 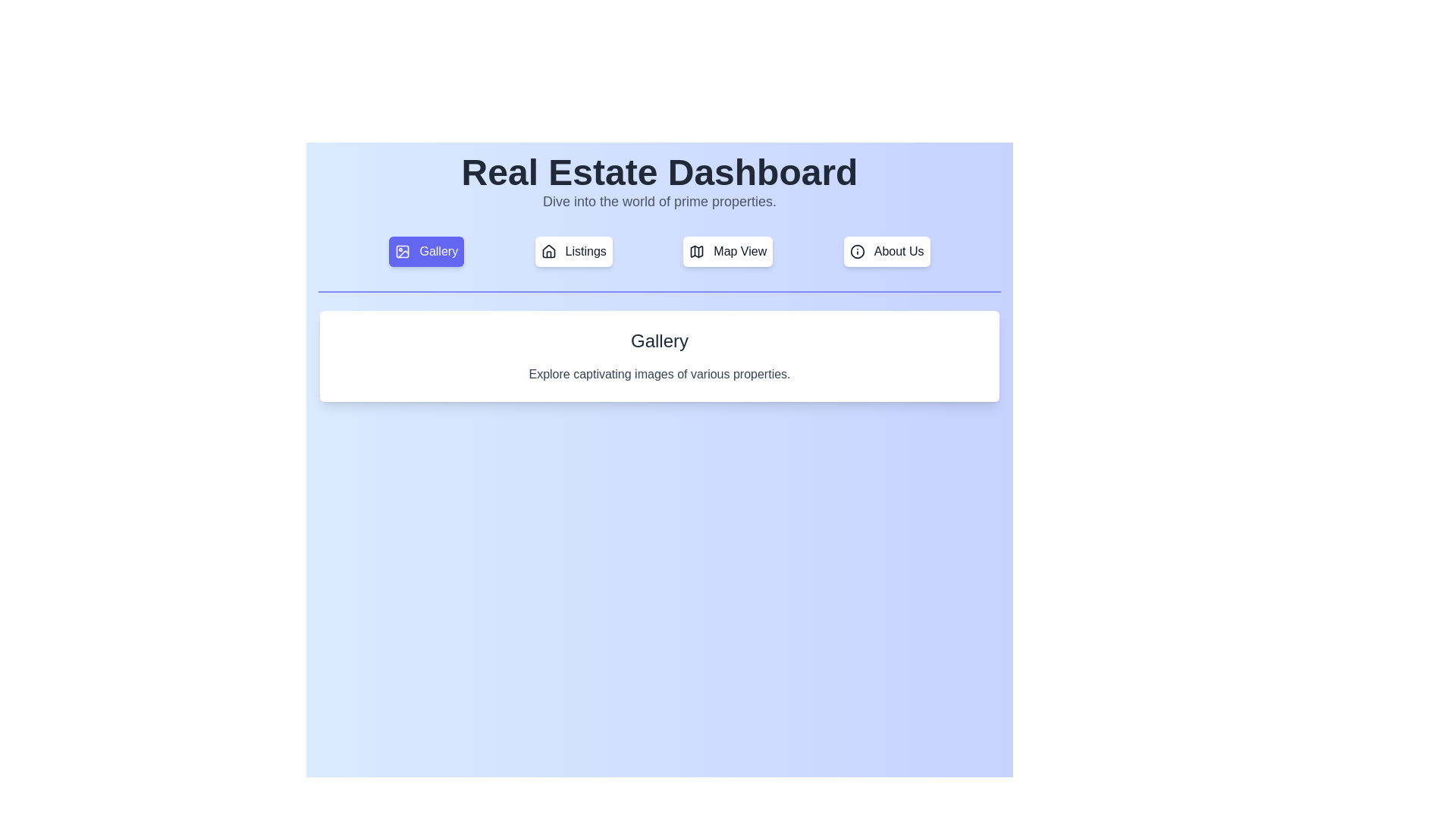 I want to click on the tab labeled Gallery, so click(x=425, y=250).